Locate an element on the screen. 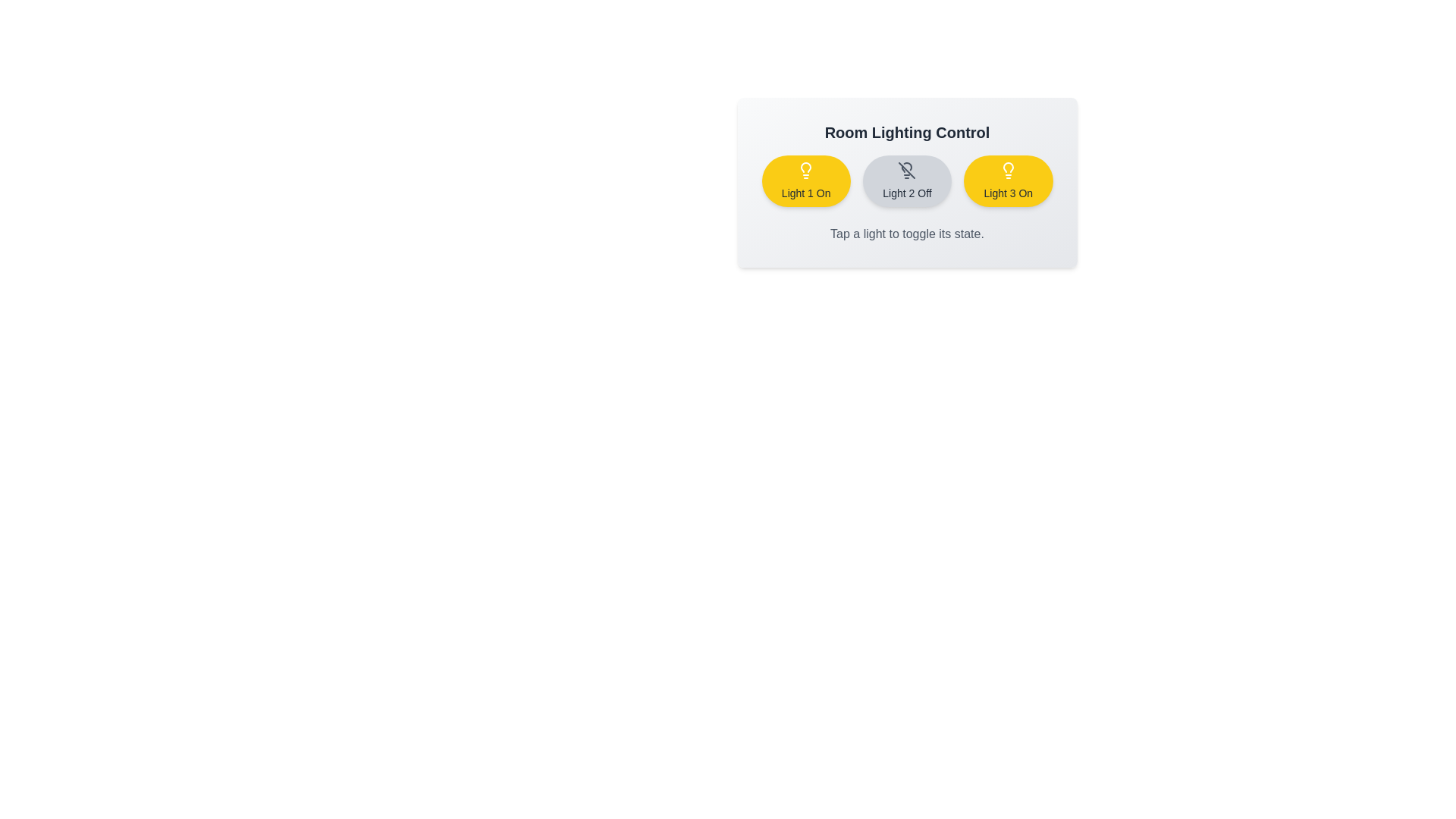 This screenshot has width=1456, height=819. the button corresponding to Light 2 to toggle its state is located at coordinates (907, 180).